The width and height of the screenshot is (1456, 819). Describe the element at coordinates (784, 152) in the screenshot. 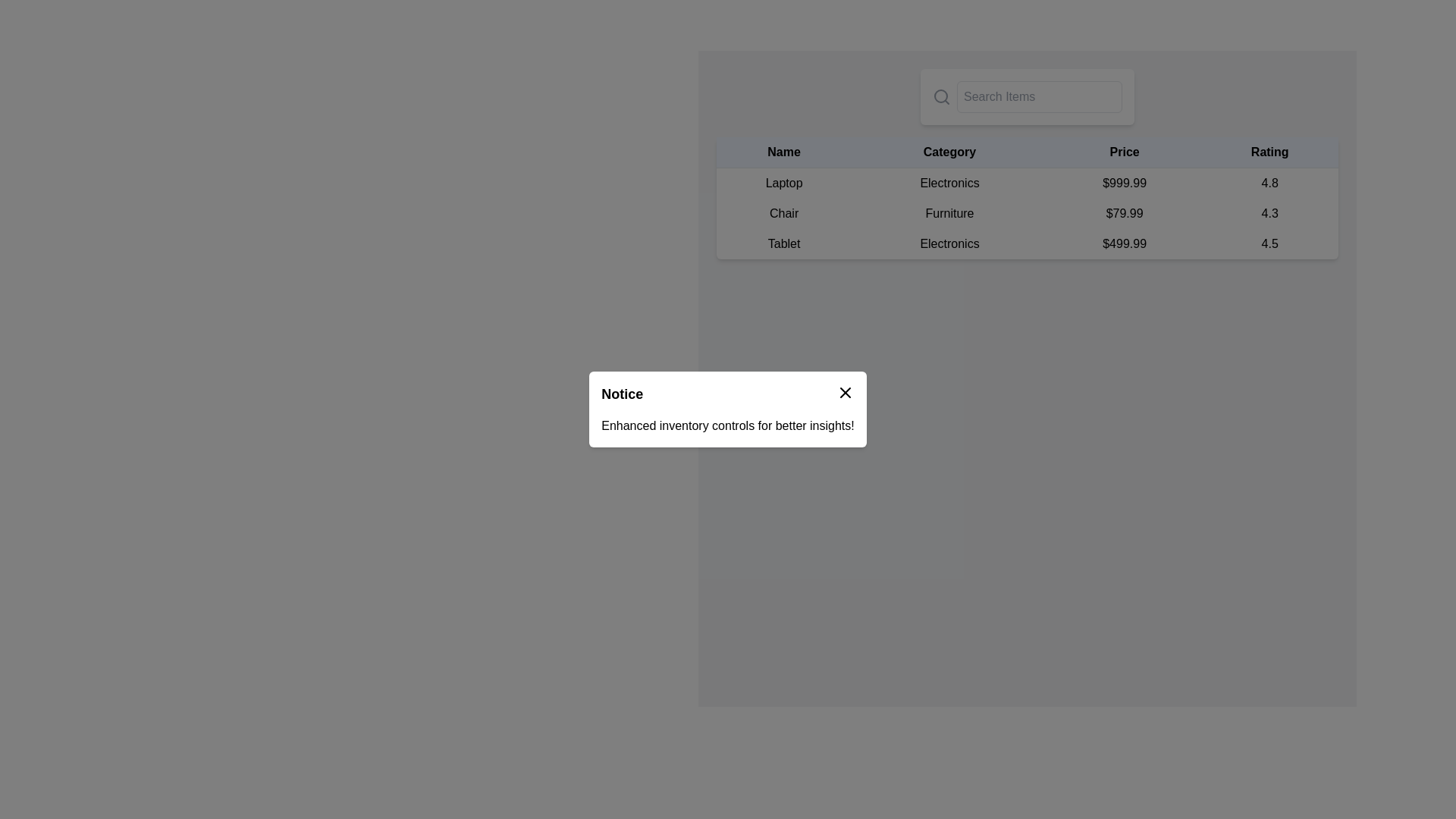

I see `column label from the leftmost header in the table, which indicates names or labels for the listed items` at that location.